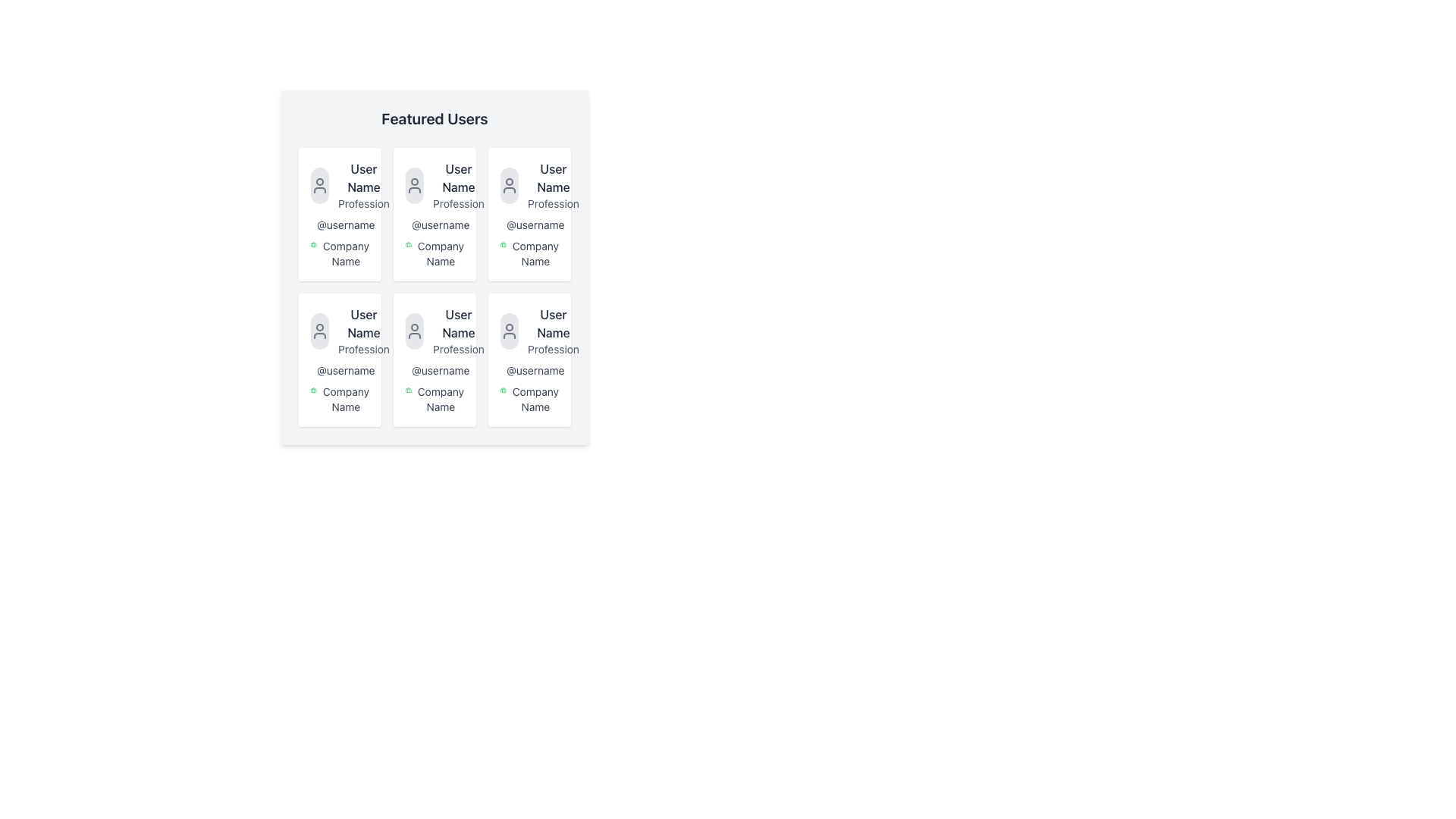  I want to click on the company name text label located in the bottom section of the user profile card, positioned below the '@username' text and next to the green briefcase icon, so click(529, 253).